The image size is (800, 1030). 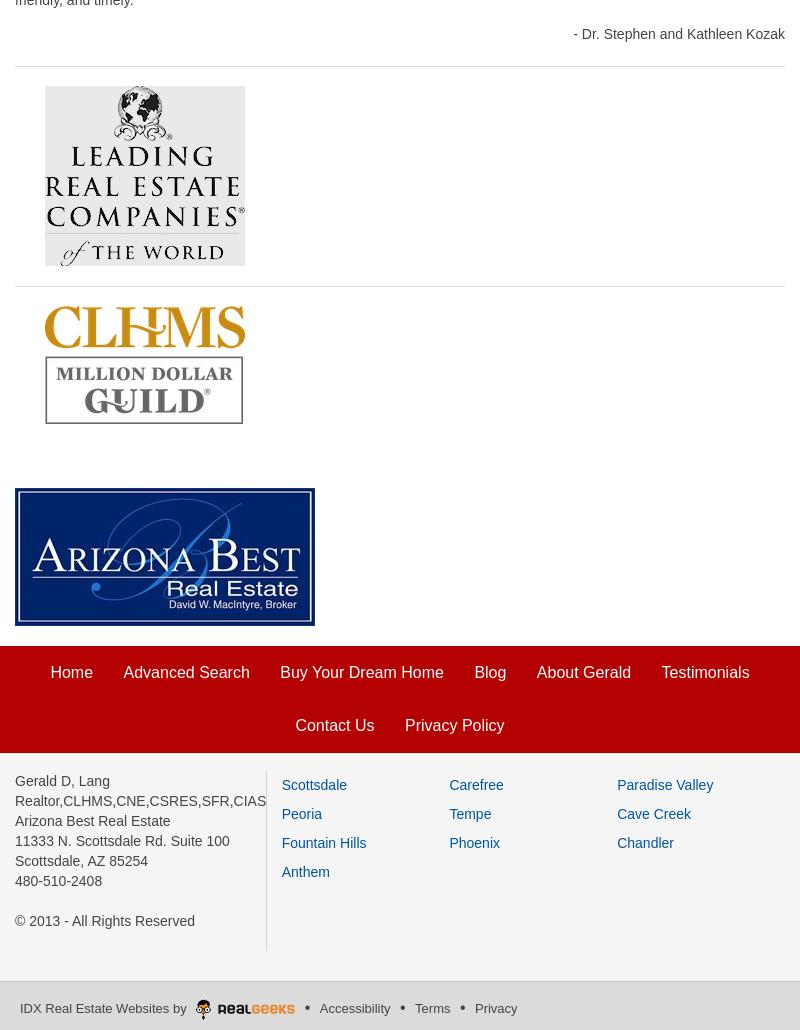 I want to click on 'Realtor,CLHMS,CNE,CSRES,SFR,CIAS', so click(x=140, y=799).